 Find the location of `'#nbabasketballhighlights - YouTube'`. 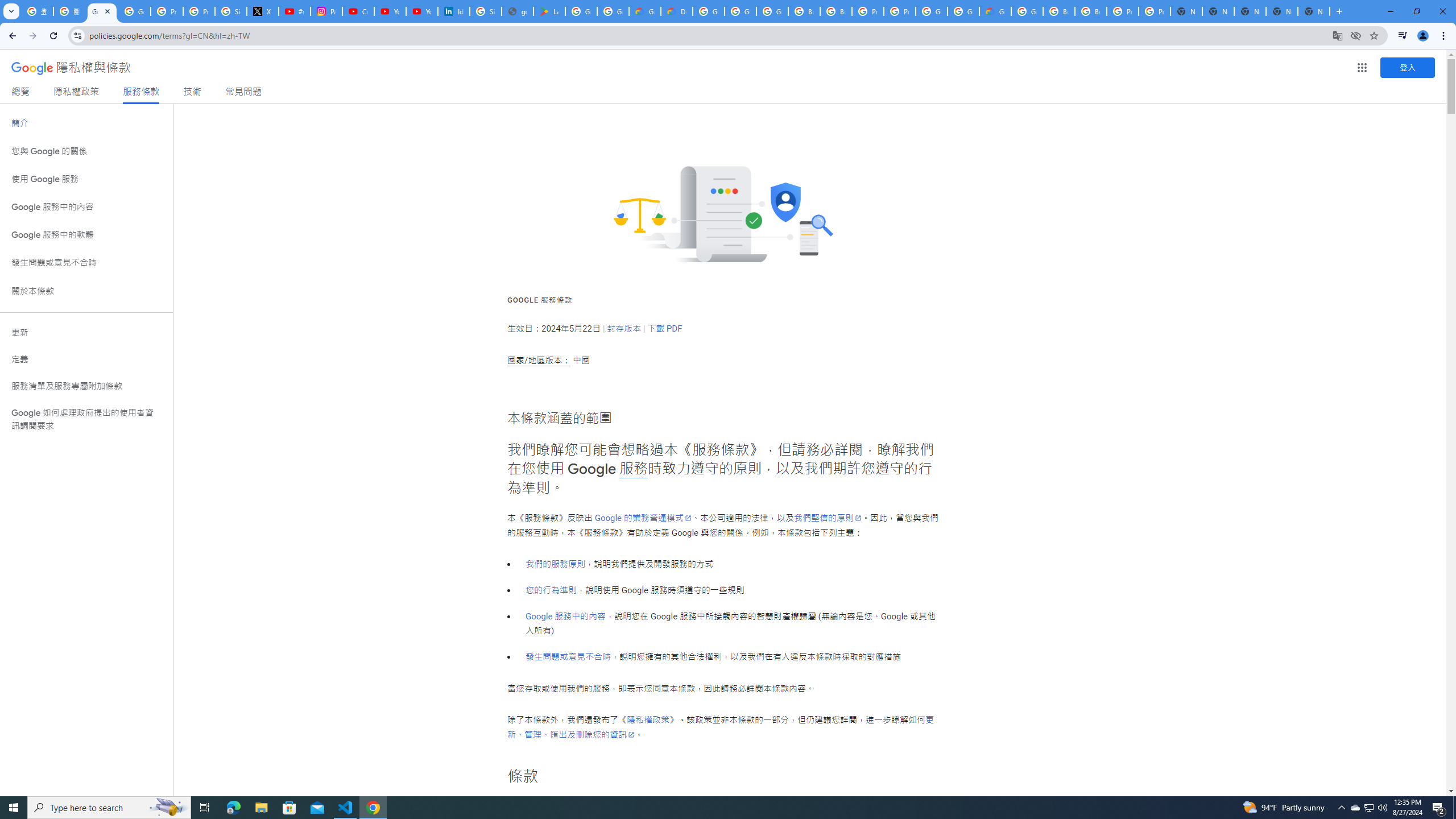

'#nbabasketballhighlights - YouTube' is located at coordinates (294, 11).